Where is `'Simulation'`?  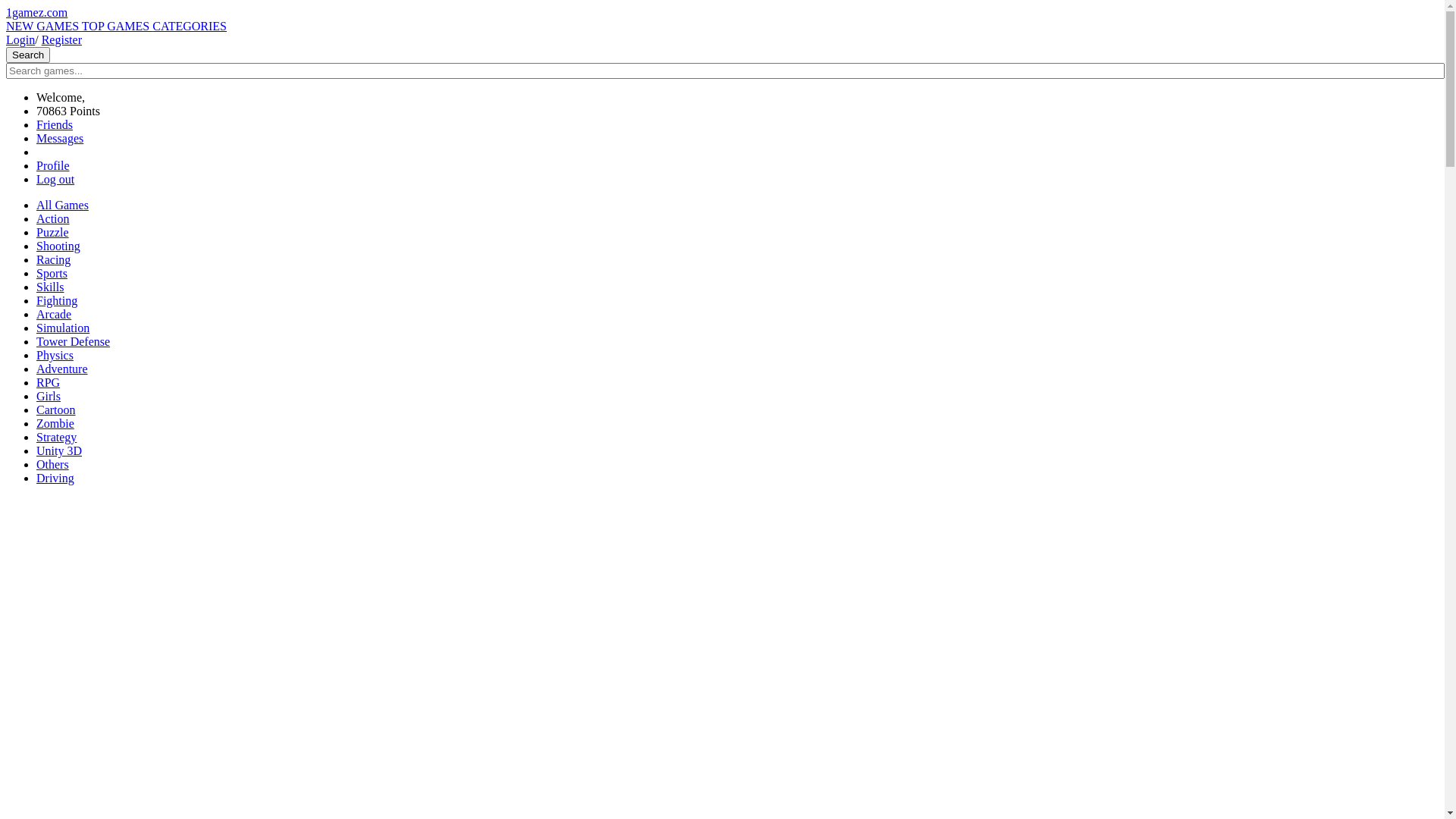 'Simulation' is located at coordinates (61, 327).